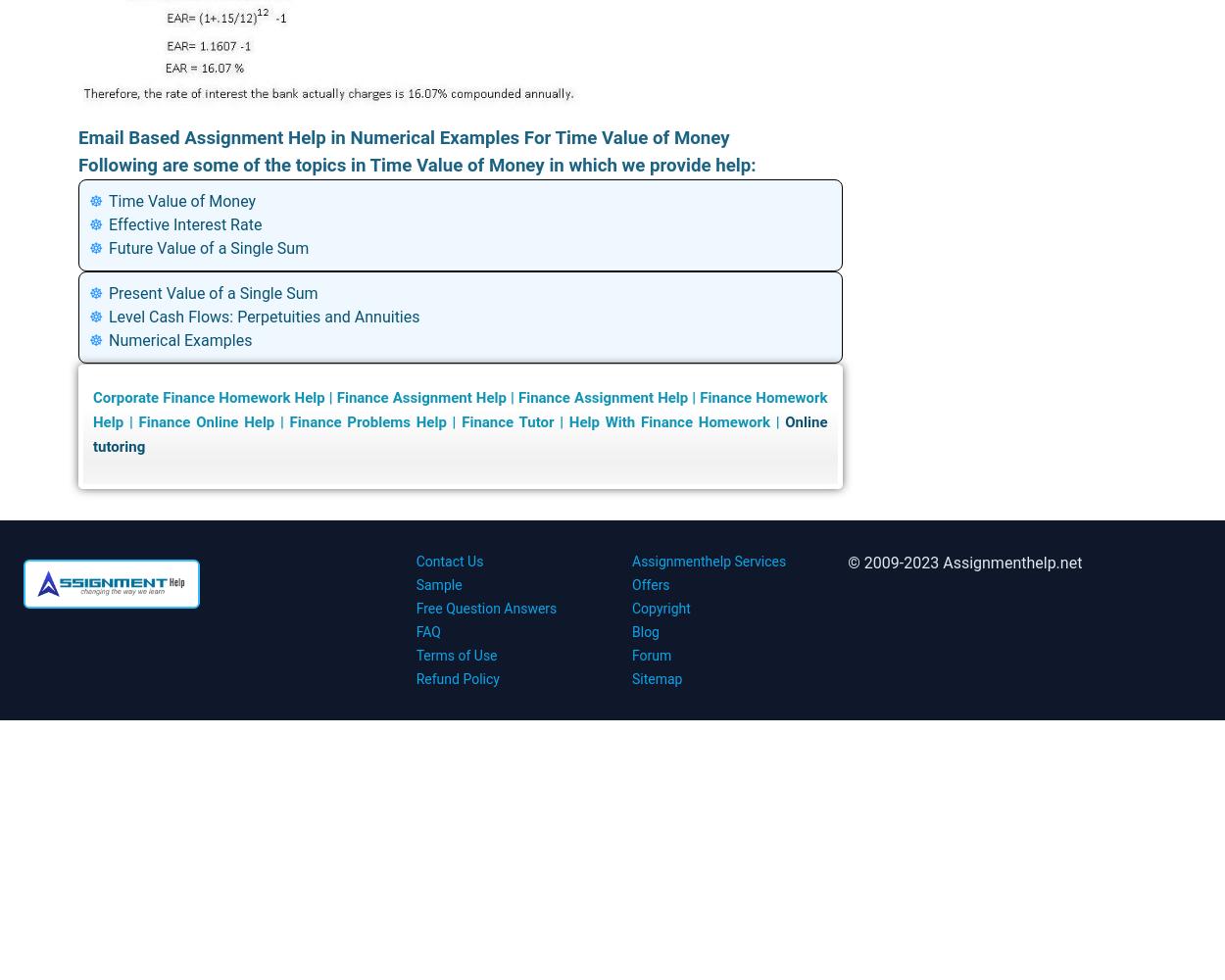 Image resolution: width=1225 pixels, height=980 pixels. Describe the element at coordinates (108, 338) in the screenshot. I see `'Numerical Examples'` at that location.